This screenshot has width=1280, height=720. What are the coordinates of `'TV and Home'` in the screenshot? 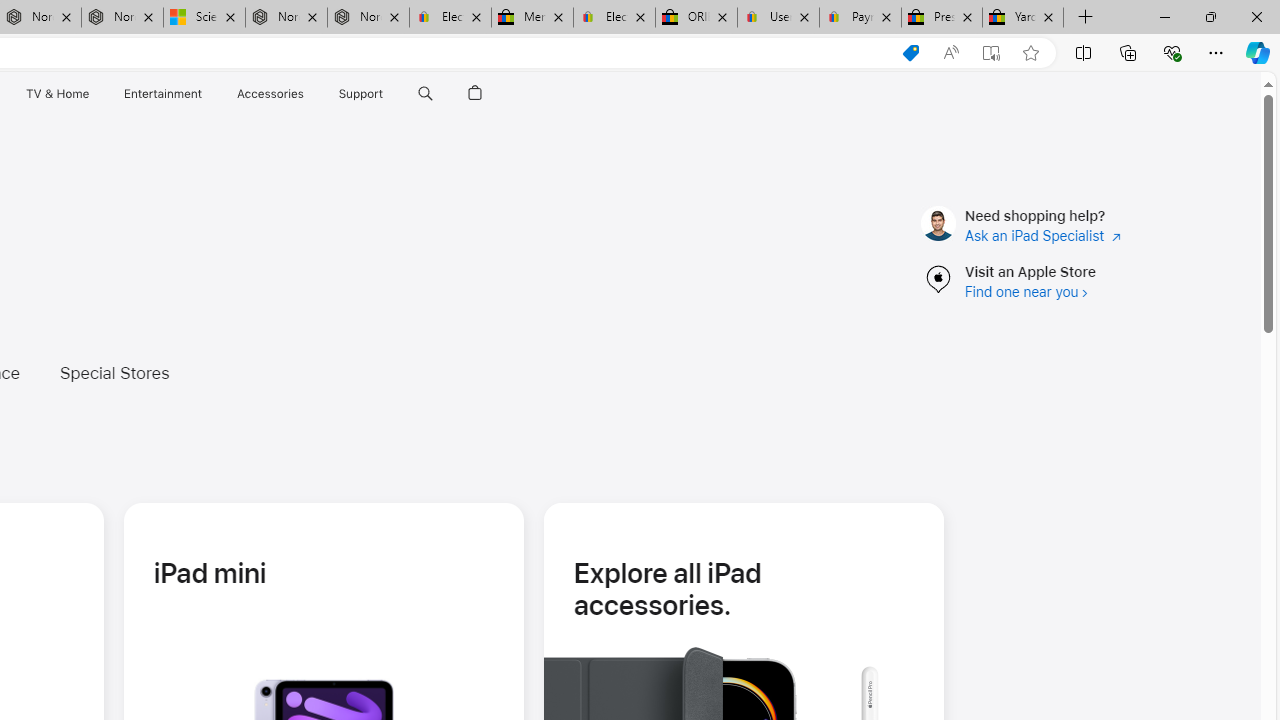 It's located at (56, 93).